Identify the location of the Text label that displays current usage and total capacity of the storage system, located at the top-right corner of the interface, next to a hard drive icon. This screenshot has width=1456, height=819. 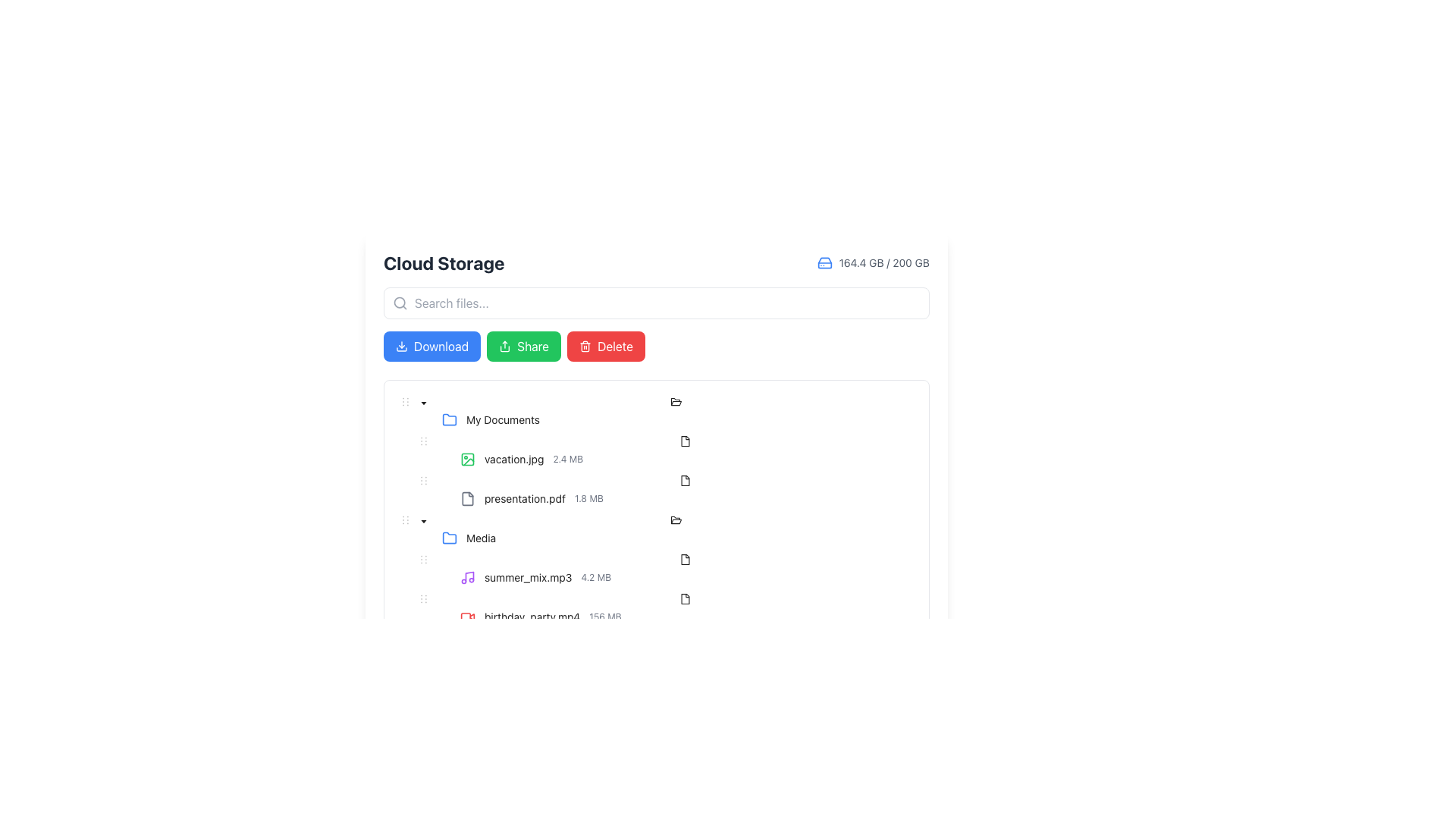
(884, 262).